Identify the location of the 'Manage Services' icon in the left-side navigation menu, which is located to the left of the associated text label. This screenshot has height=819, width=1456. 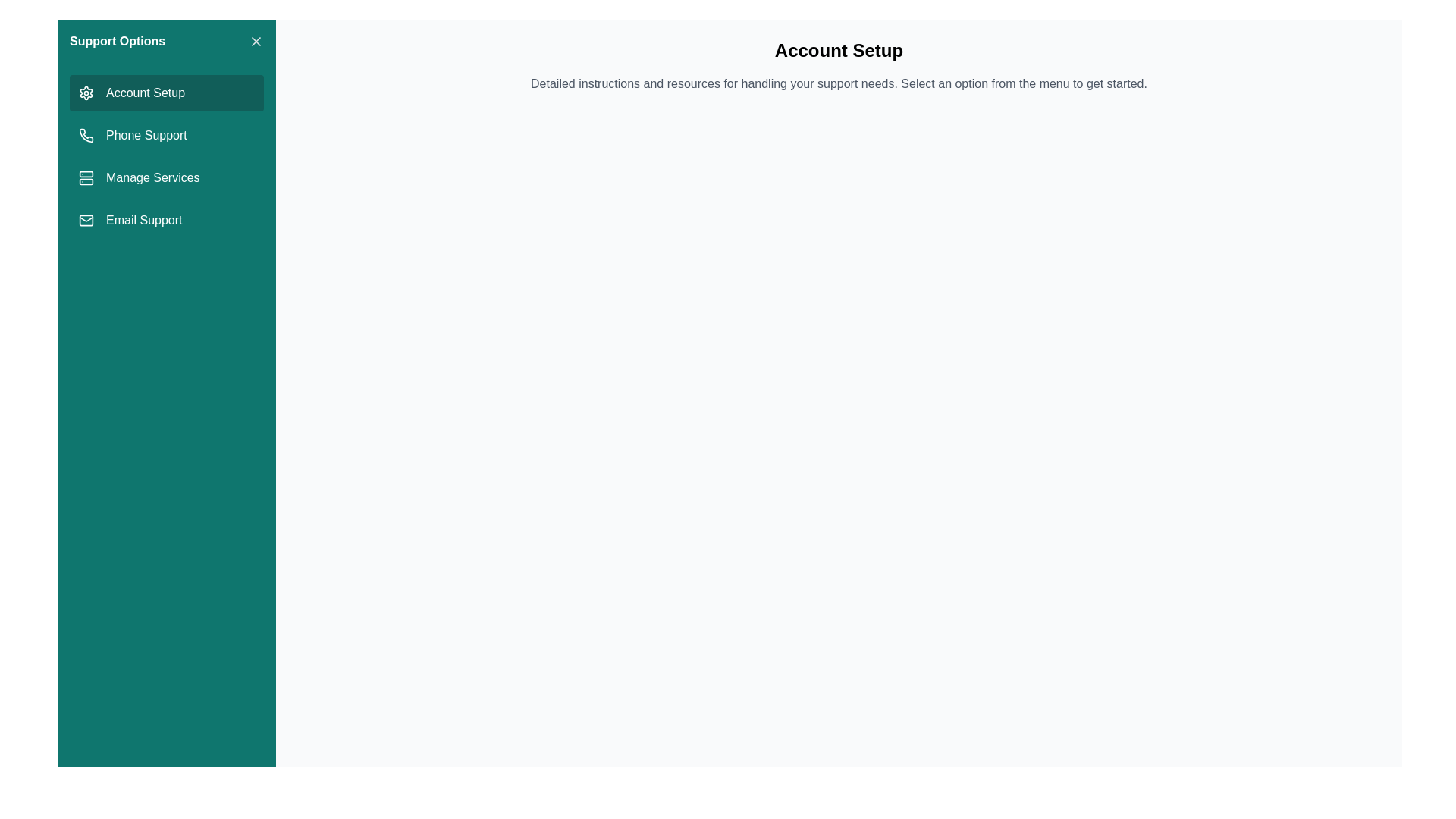
(86, 177).